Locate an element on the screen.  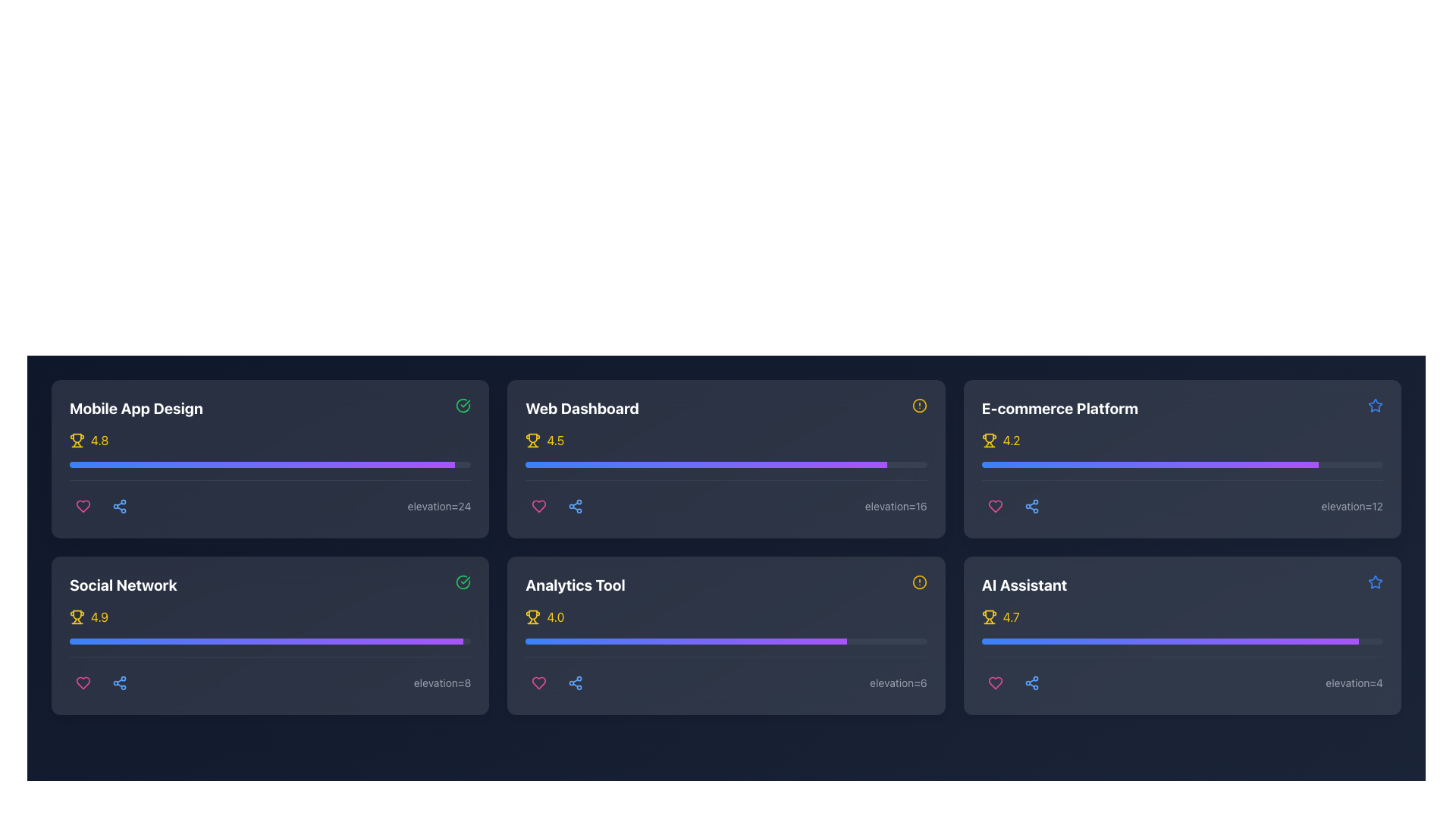
the progress bar located centrally in the 'Analytics Tool' card, positioned below the text '4.0' and above the heart and share icons is located at coordinates (726, 651).